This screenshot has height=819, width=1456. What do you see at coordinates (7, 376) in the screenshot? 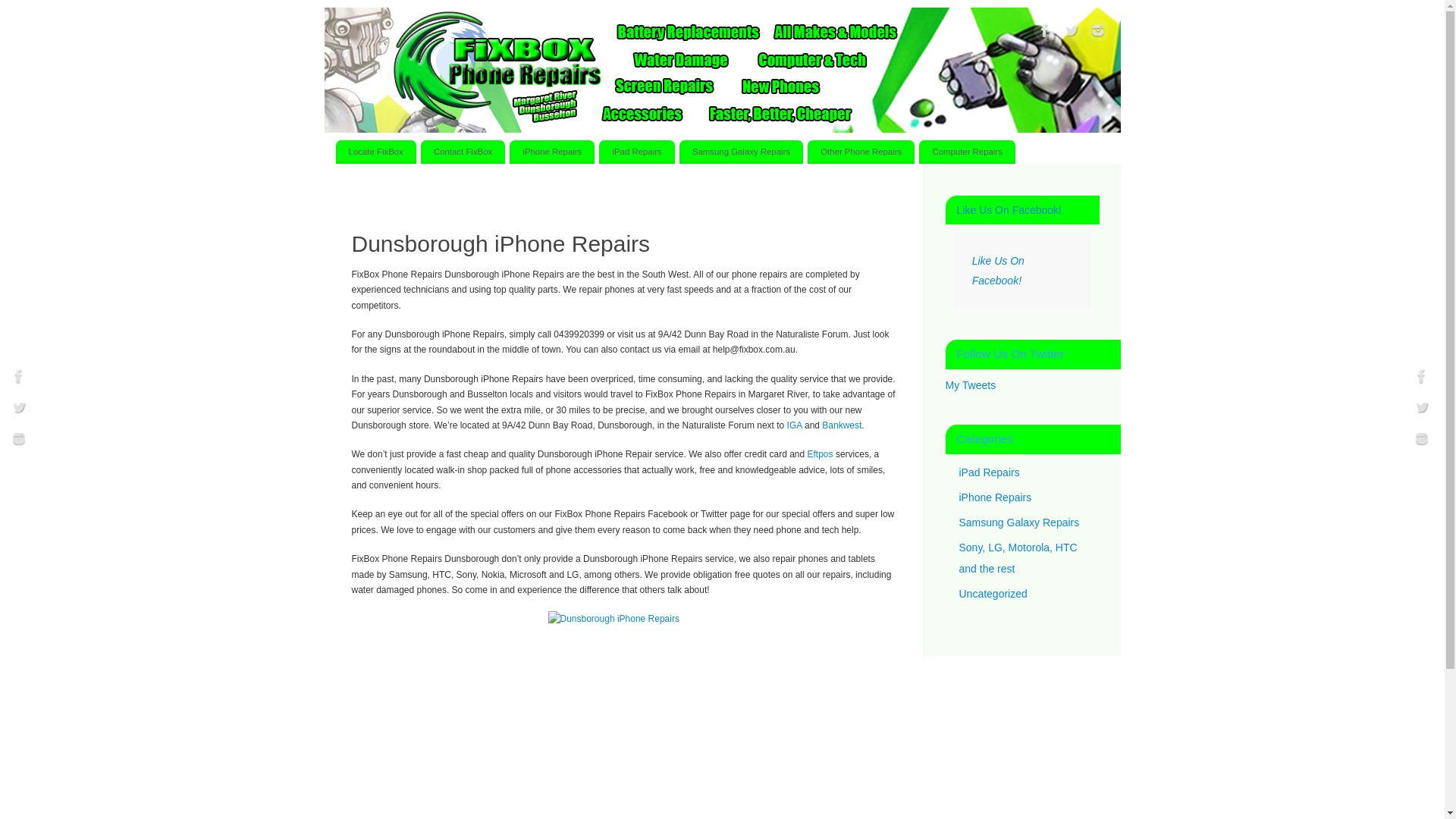
I see `'Facebook'` at bounding box center [7, 376].